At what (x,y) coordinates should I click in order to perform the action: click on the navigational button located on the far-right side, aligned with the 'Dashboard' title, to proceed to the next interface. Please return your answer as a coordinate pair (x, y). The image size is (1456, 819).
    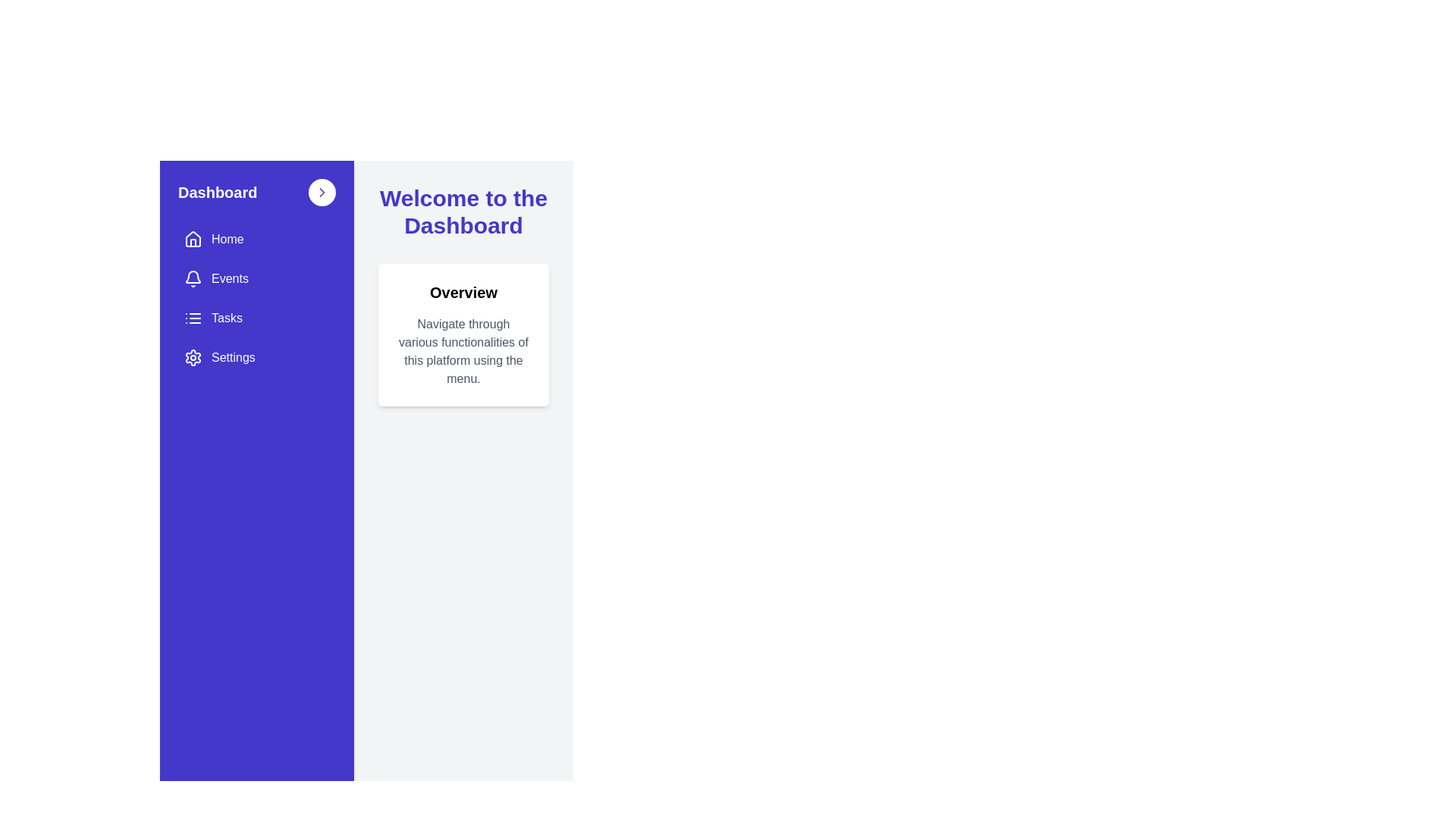
    Looking at the image, I should click on (322, 192).